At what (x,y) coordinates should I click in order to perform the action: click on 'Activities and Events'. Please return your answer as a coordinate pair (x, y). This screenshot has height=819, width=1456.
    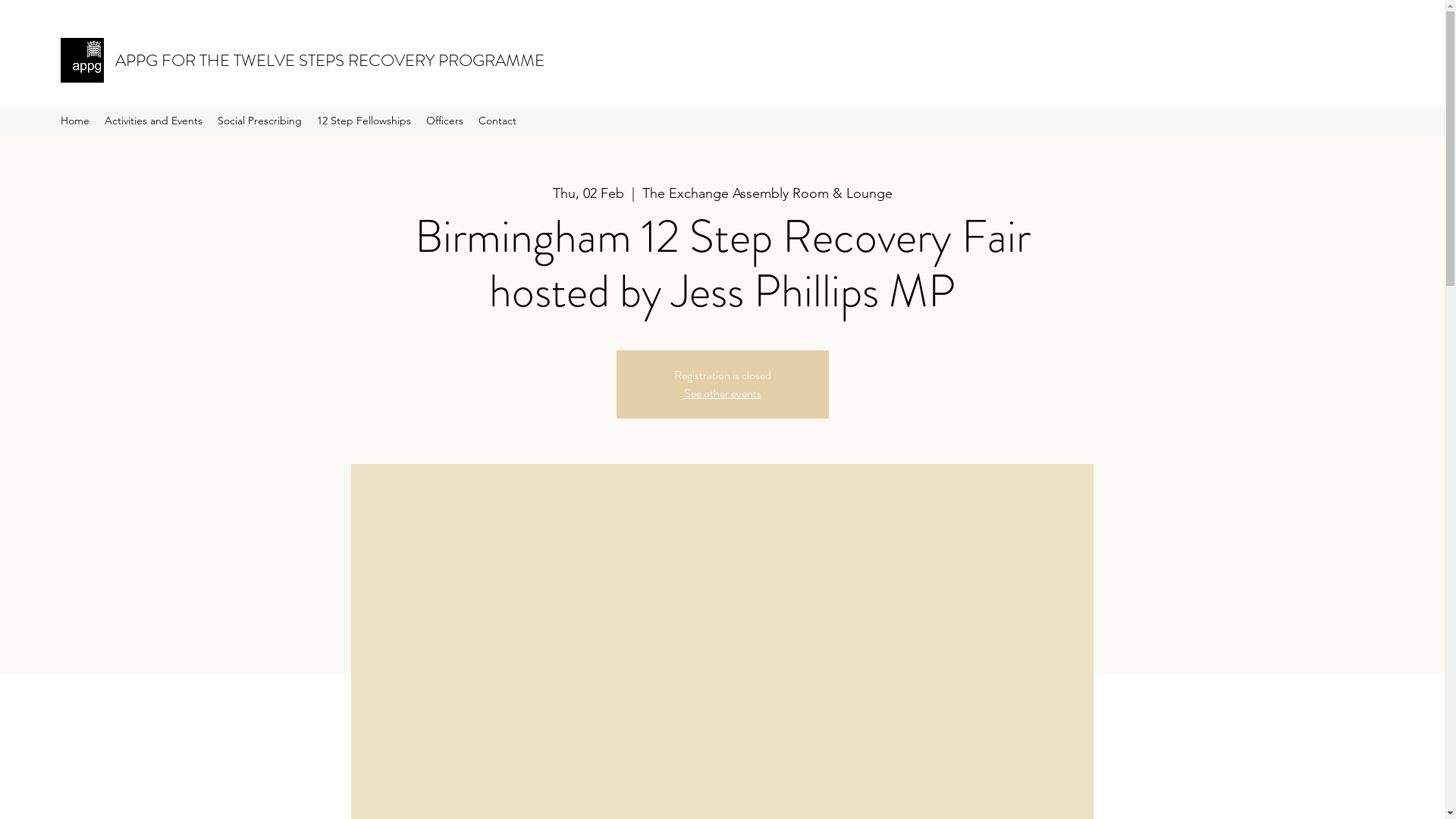
    Looking at the image, I should click on (153, 119).